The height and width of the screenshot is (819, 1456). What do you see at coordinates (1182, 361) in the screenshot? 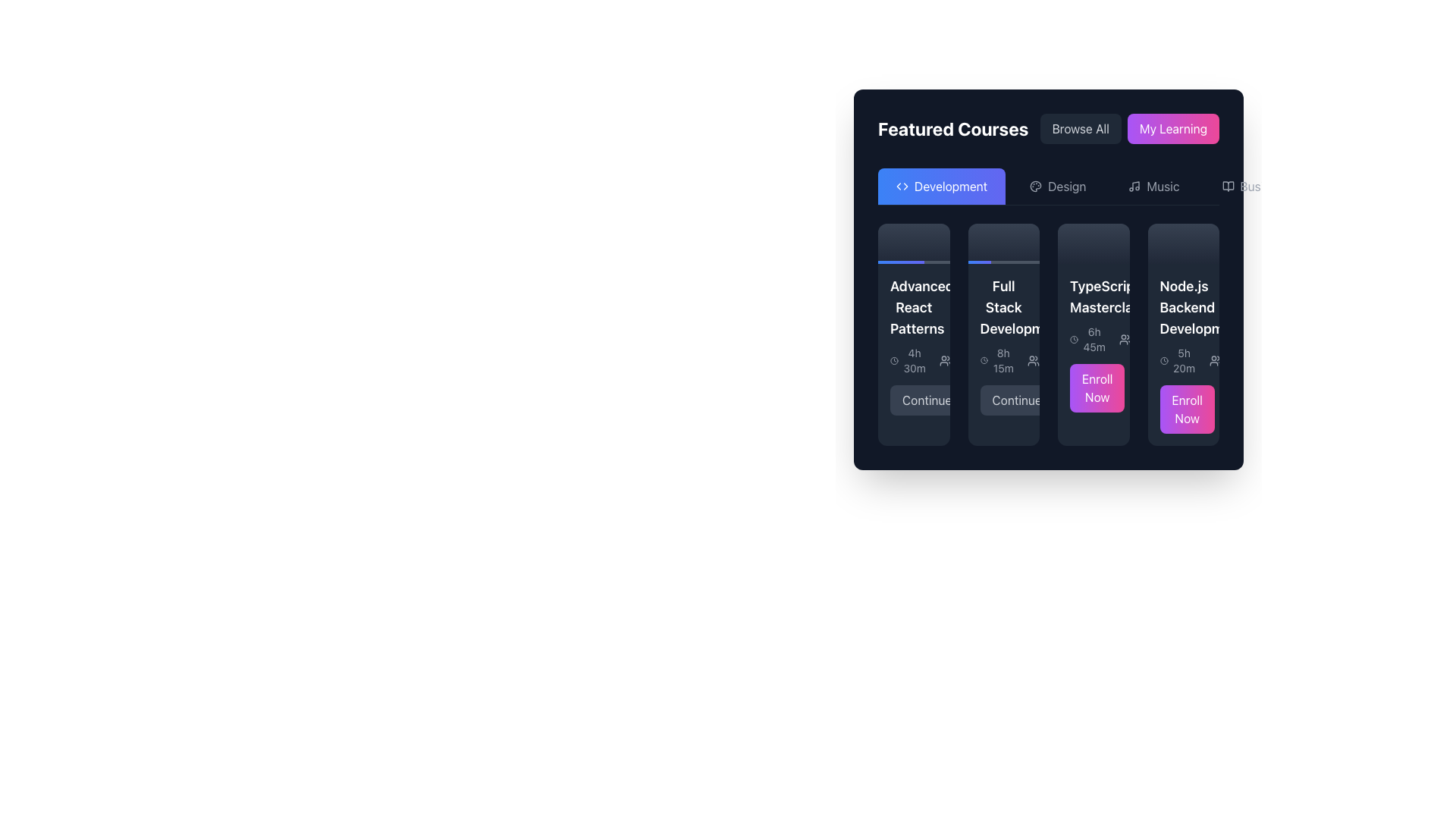
I see `the Text and Icon Group that displays the course duration for 'Node.js Backend Development', located above the 'Enroll Now' button` at bounding box center [1182, 361].